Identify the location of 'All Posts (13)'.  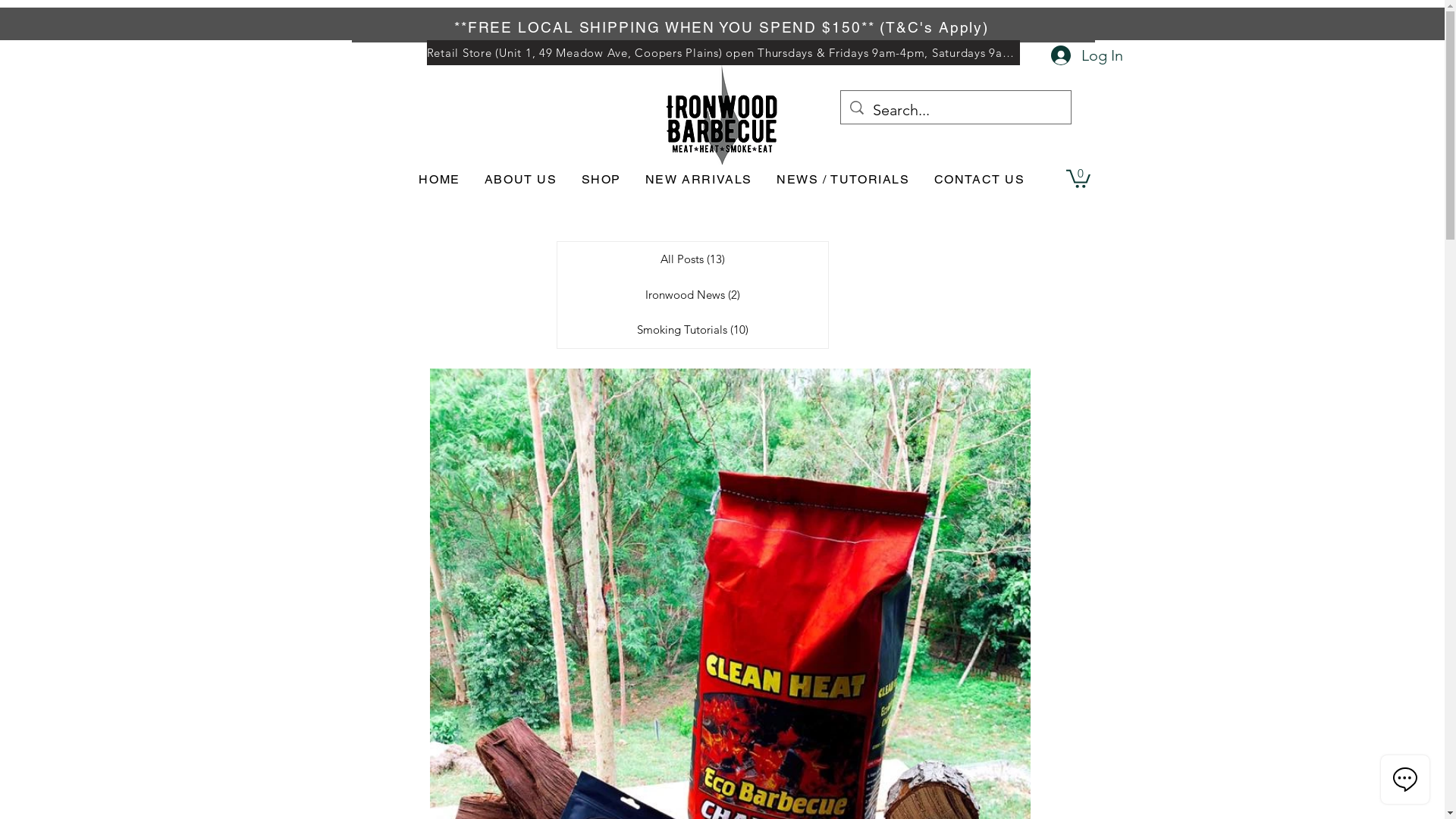
(691, 259).